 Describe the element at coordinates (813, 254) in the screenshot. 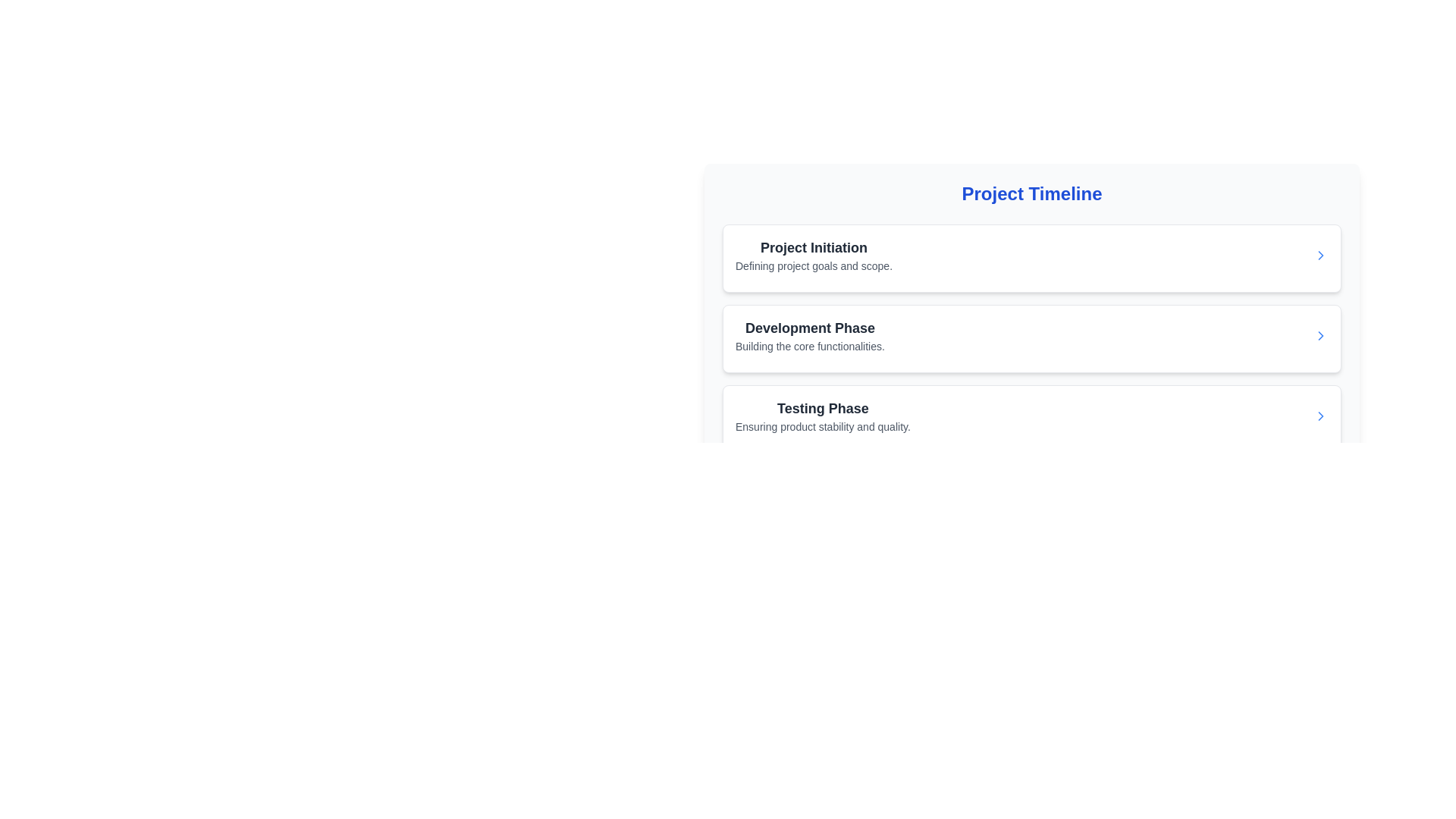

I see `the static text block that serves as the title and description for the first phase in a multi-step process, located at the top of the grouped vertical list of white cards` at that location.